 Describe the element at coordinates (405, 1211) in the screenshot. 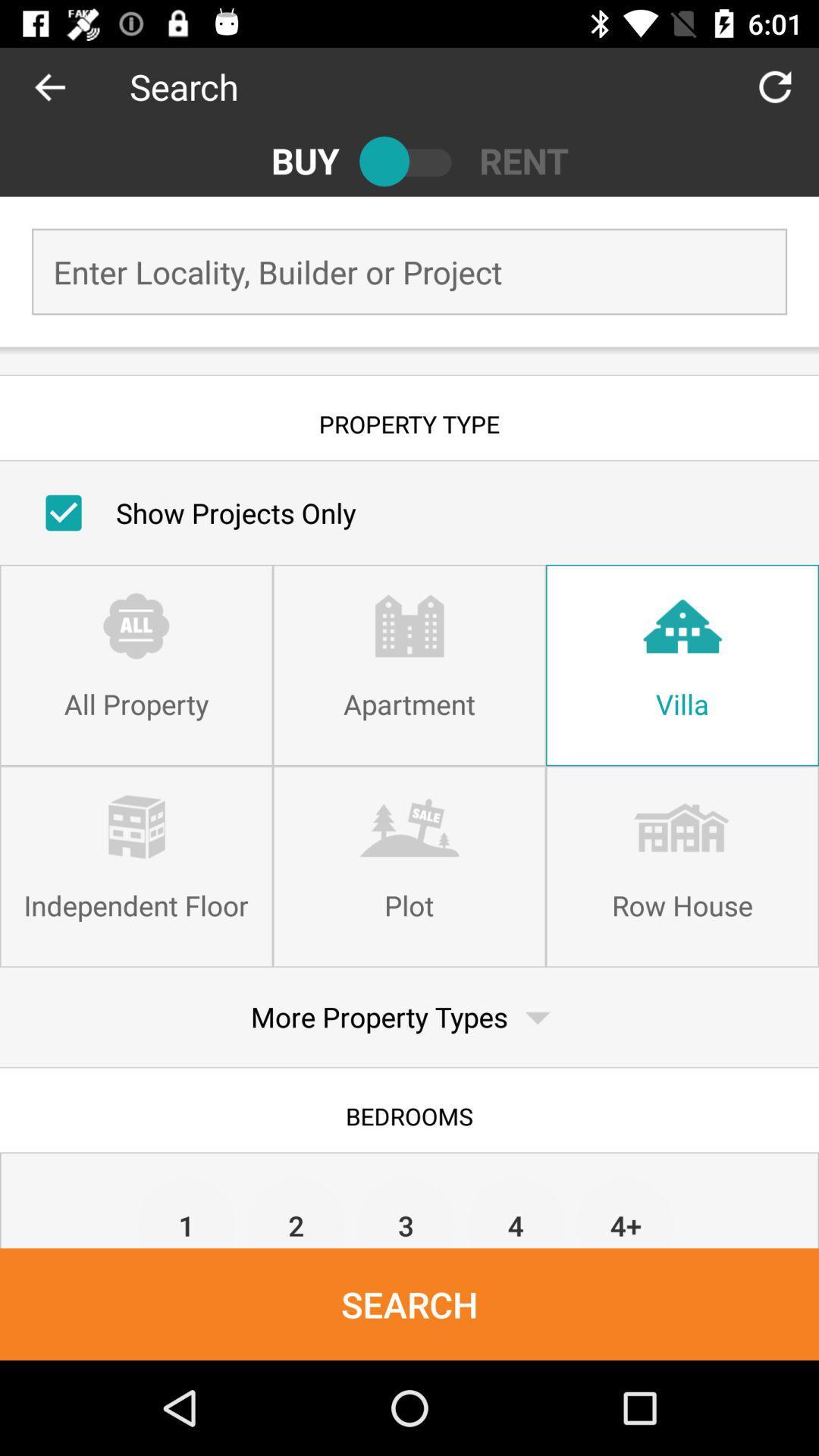

I see `the icon to the left of 4` at that location.